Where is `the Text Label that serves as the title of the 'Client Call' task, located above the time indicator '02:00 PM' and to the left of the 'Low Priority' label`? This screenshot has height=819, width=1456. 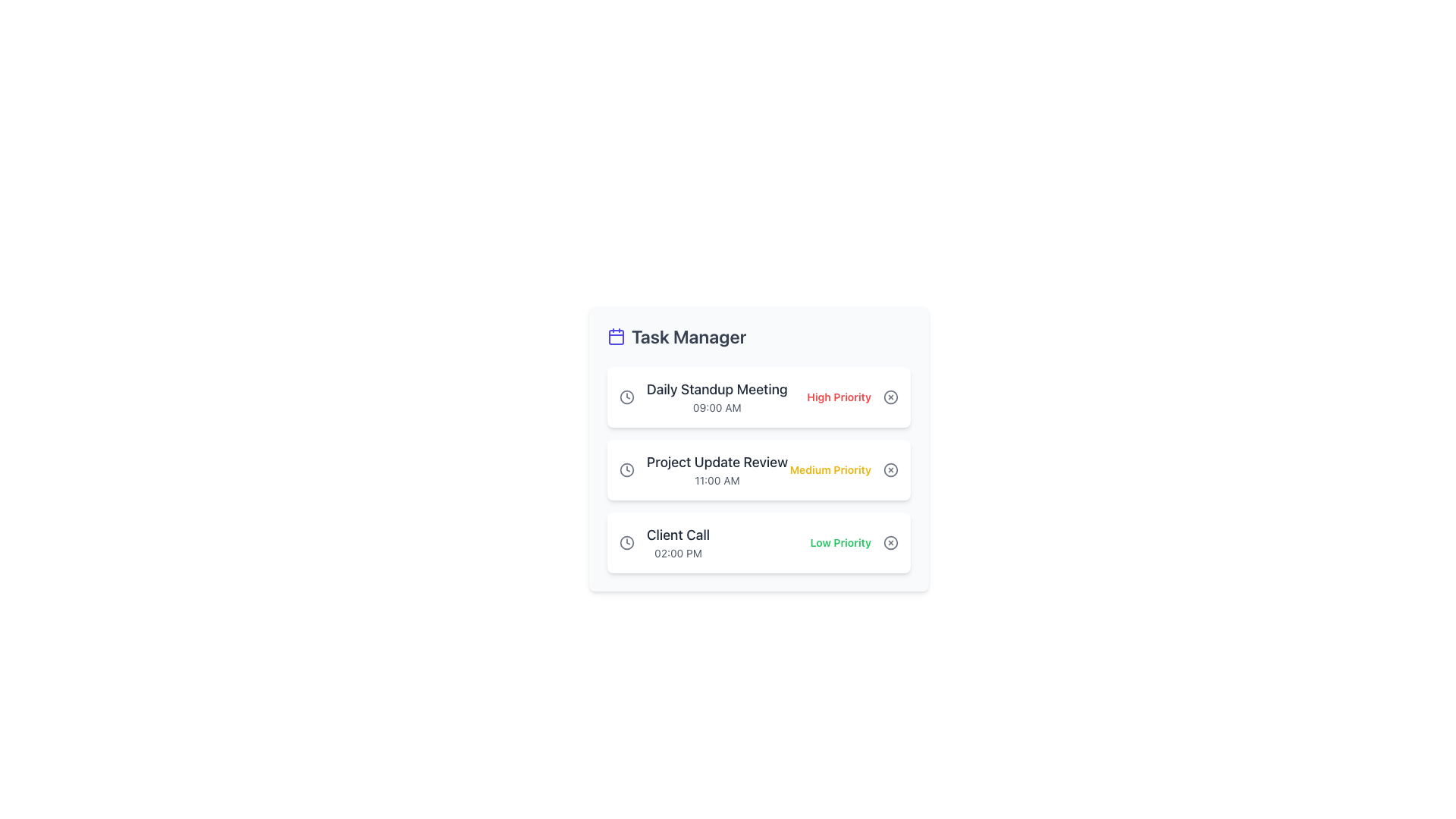 the Text Label that serves as the title of the 'Client Call' task, located above the time indicator '02:00 PM' and to the left of the 'Low Priority' label is located at coordinates (677, 534).